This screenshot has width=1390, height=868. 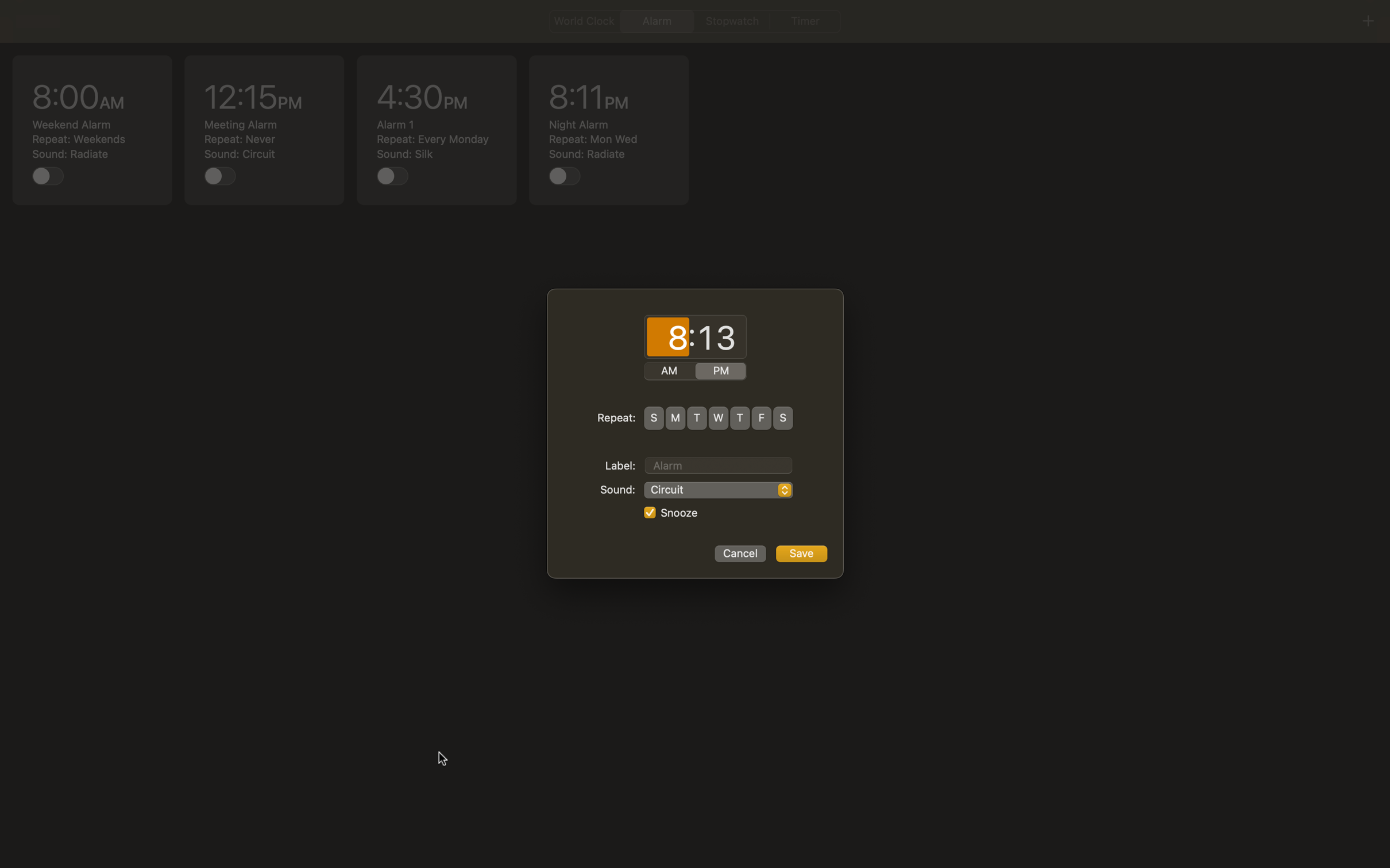 I want to click on Configure the working hours to 8, so click(x=667, y=338).